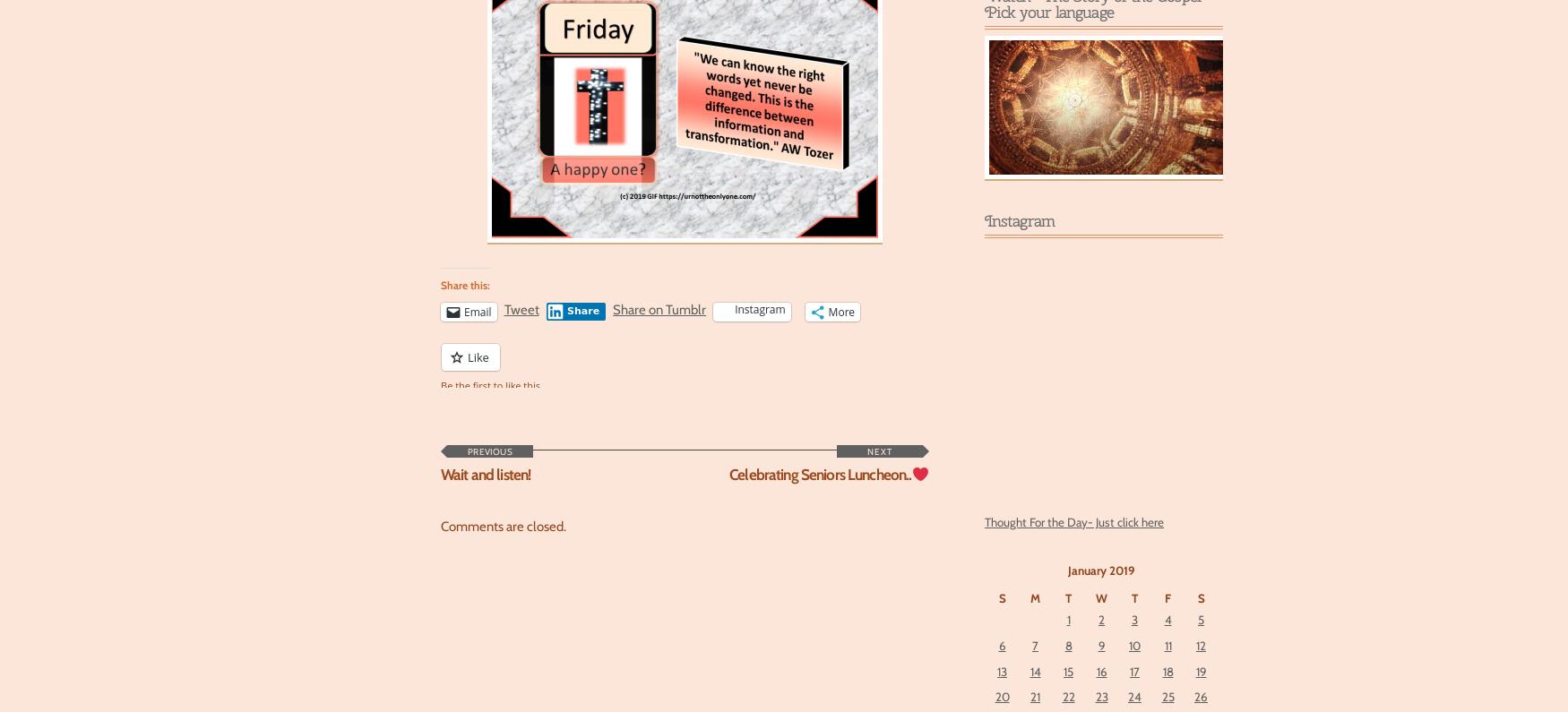 The width and height of the screenshot is (1568, 712). Describe the element at coordinates (1133, 619) in the screenshot. I see `'3'` at that location.